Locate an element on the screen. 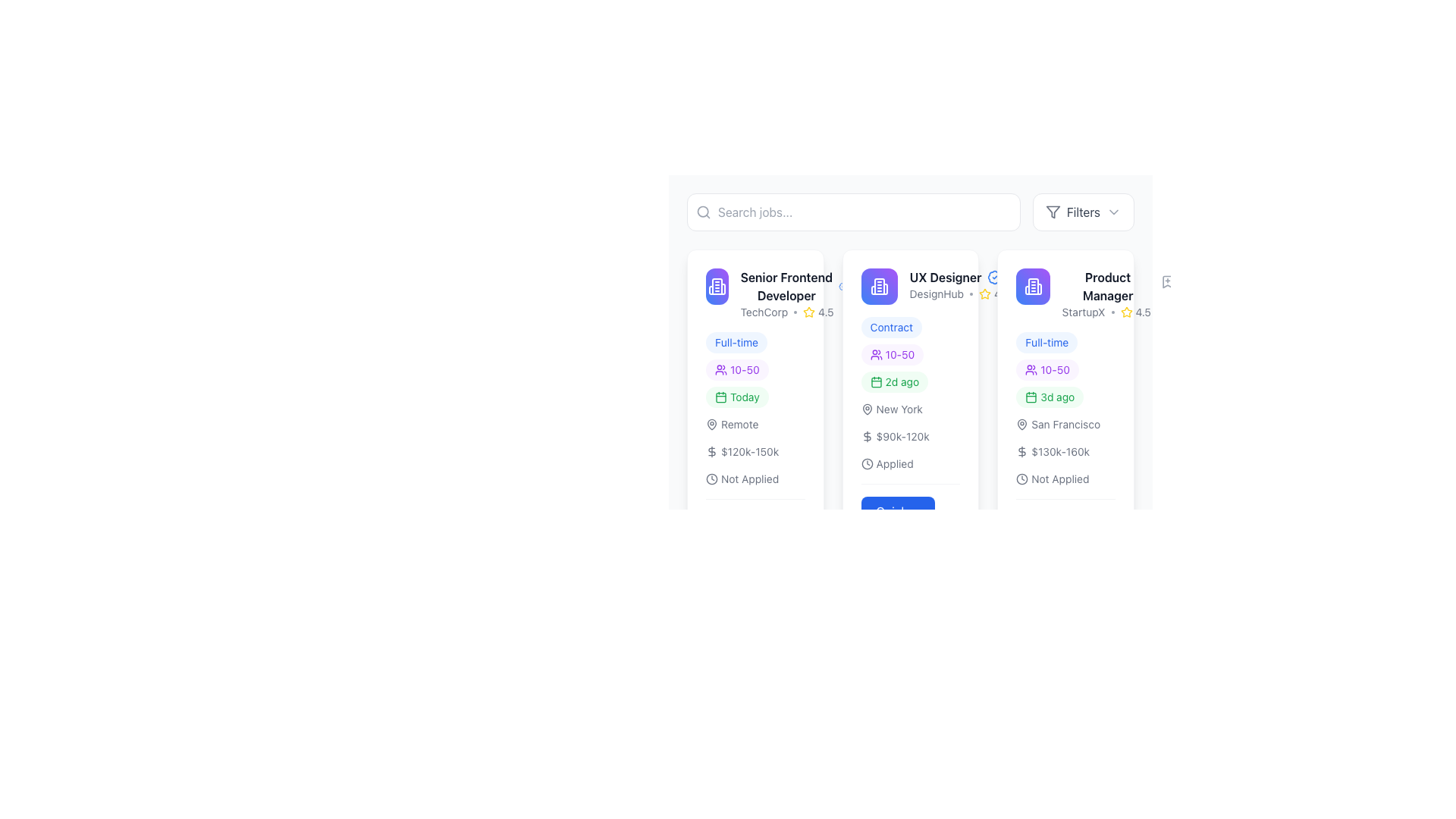  the button located centrally at the bottom section of the 'UX Designer' job card is located at coordinates (898, 519).